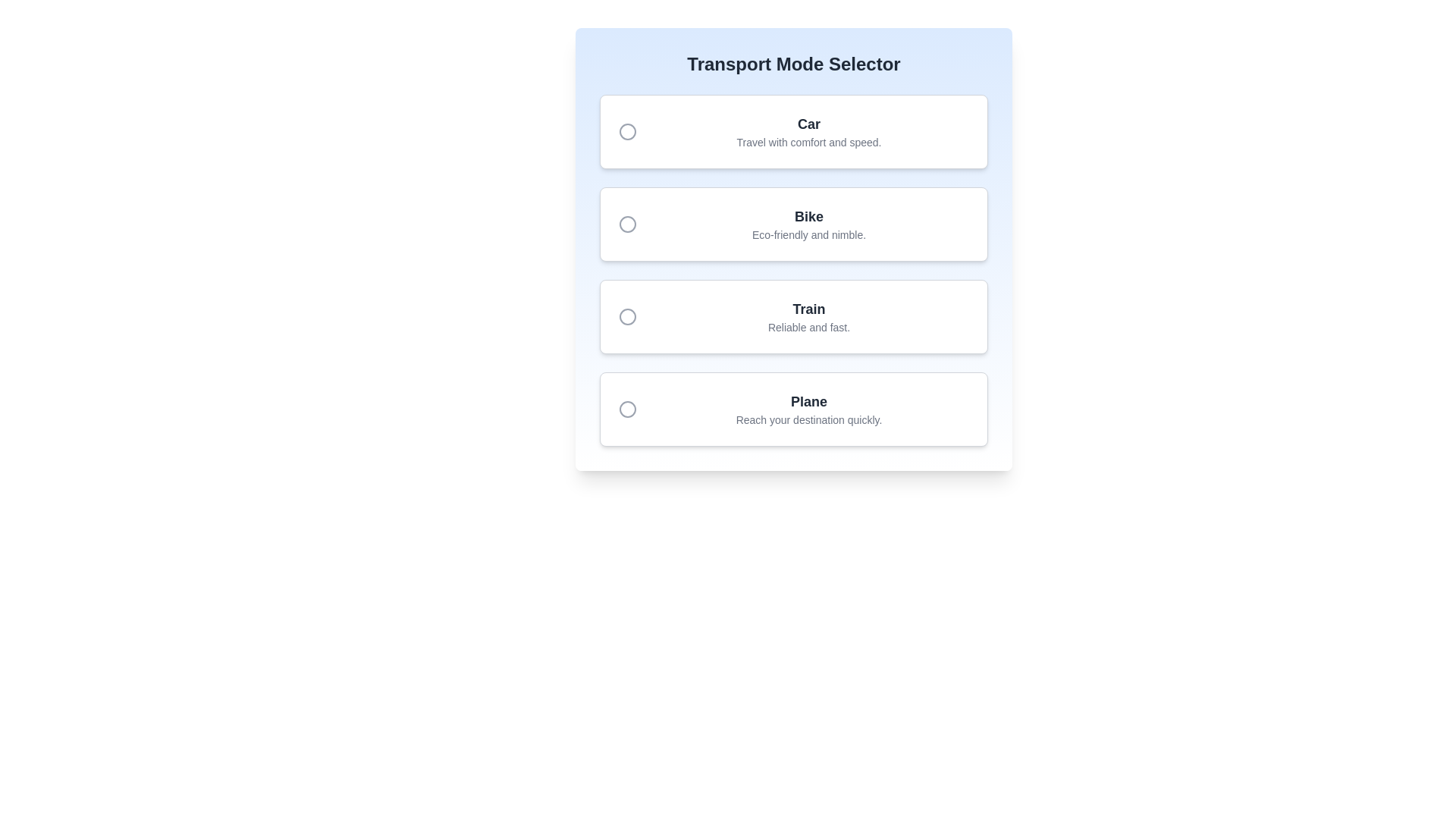  I want to click on the 'Car' transport option label, which serves as the title for this selection and is located at the top of the first selection box in the transport mode selector interface, so click(808, 124).